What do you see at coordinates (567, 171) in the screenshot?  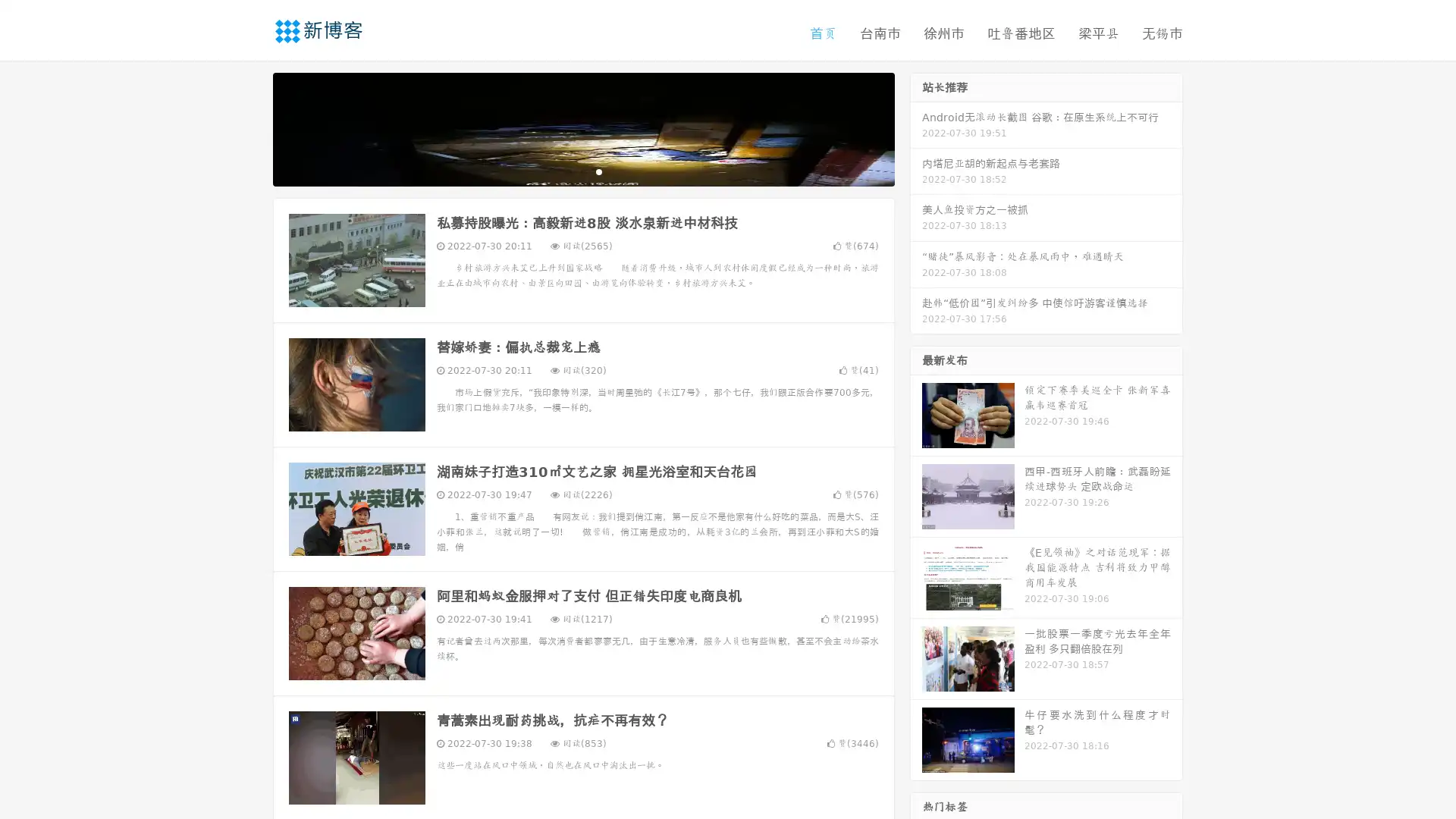 I see `Go to slide 1` at bounding box center [567, 171].